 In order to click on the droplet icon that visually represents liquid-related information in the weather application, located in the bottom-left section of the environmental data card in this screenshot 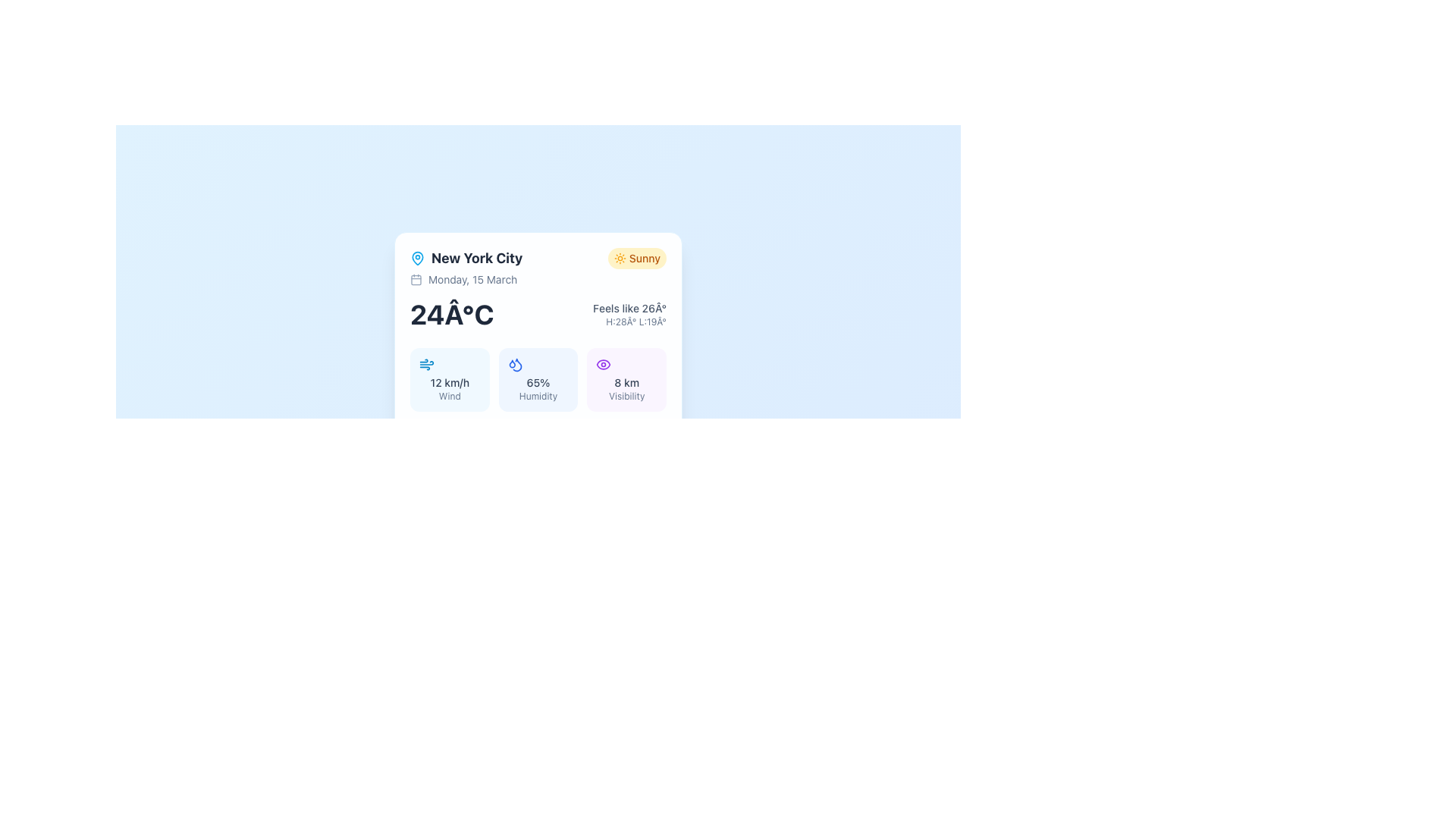, I will do `click(512, 363)`.